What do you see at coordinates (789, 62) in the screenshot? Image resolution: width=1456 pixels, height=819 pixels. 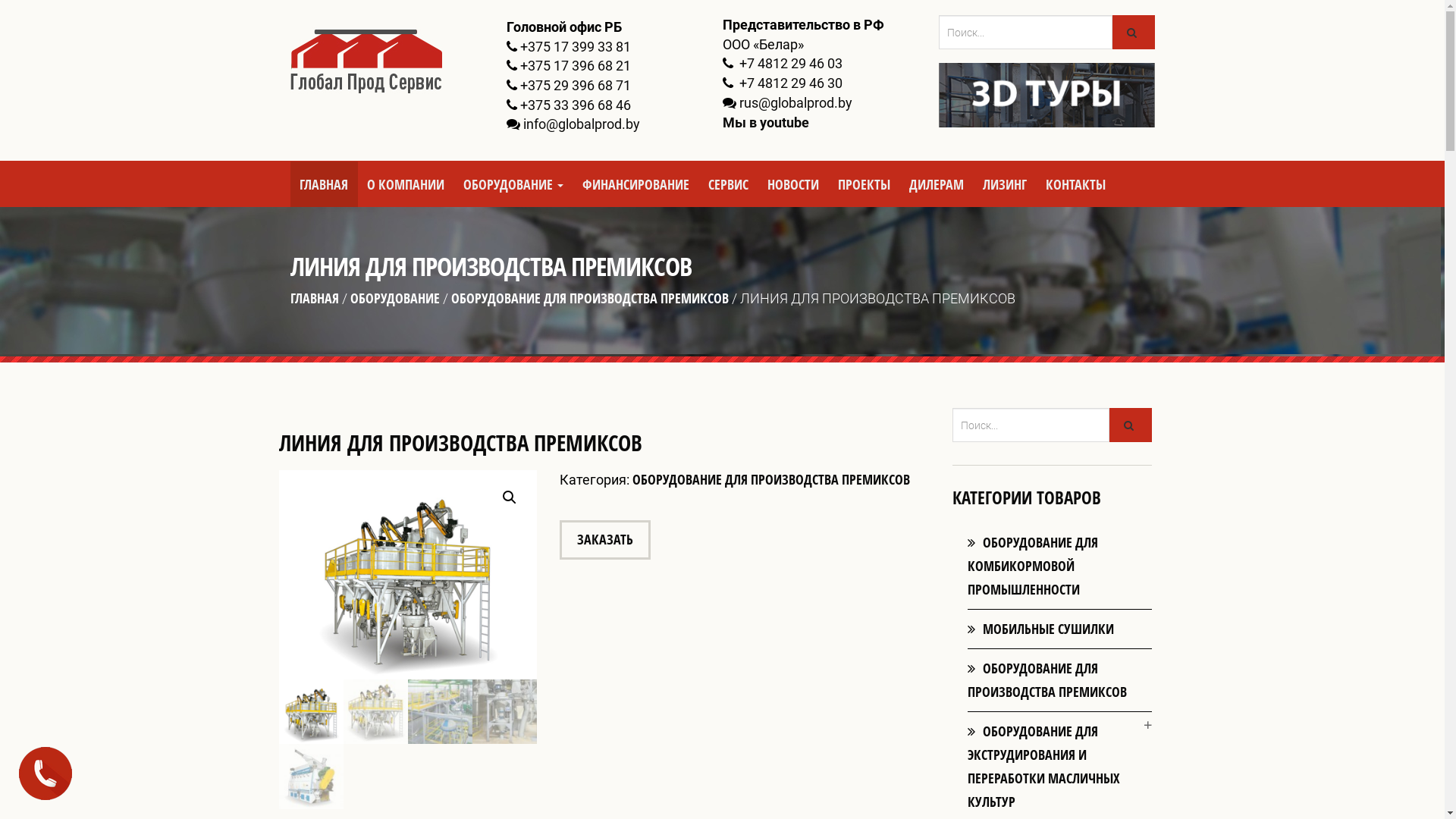 I see `'+7 4812 29 46 03'` at bounding box center [789, 62].